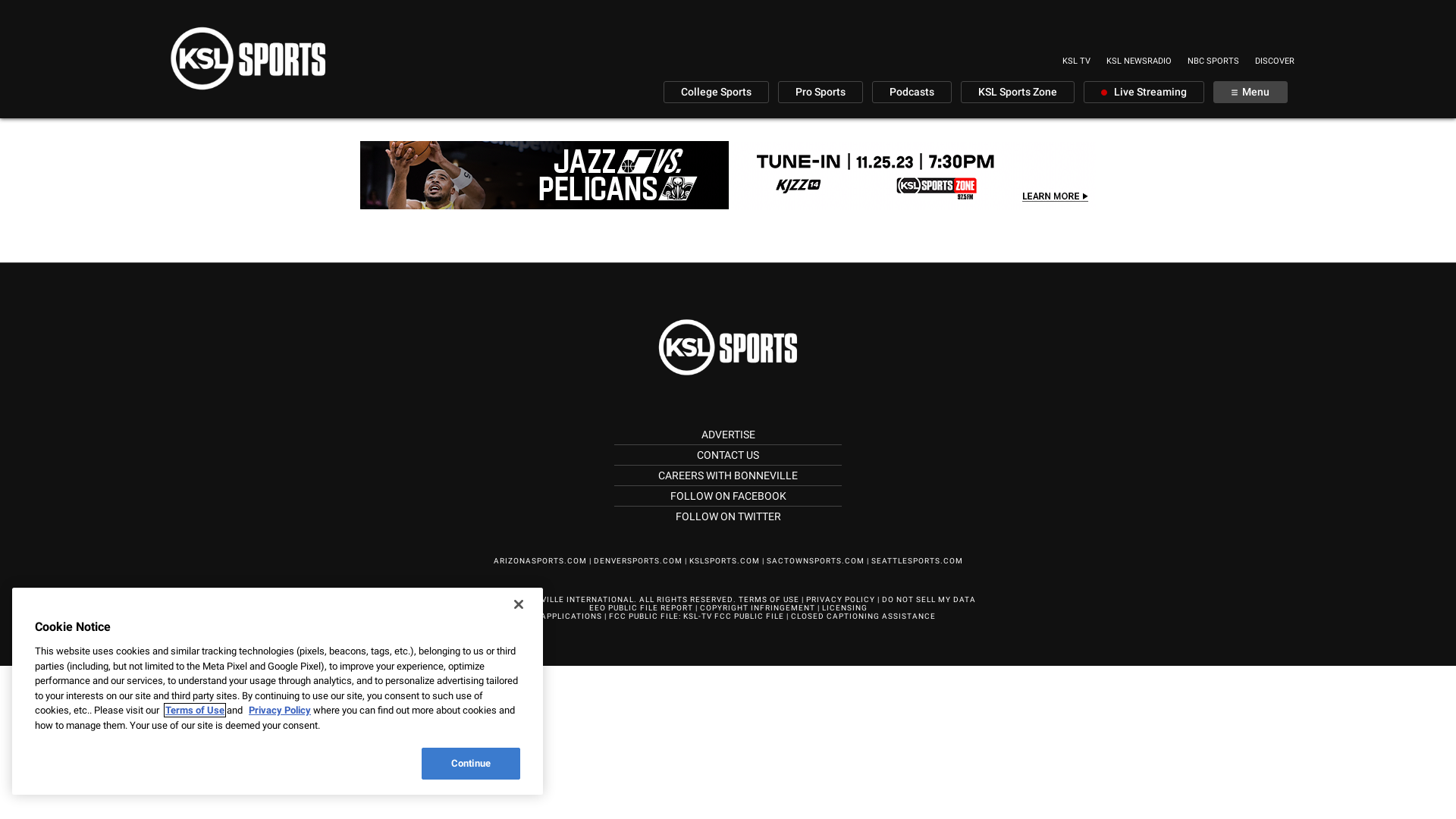  I want to click on 'KSL Sports Zone', so click(960, 92).